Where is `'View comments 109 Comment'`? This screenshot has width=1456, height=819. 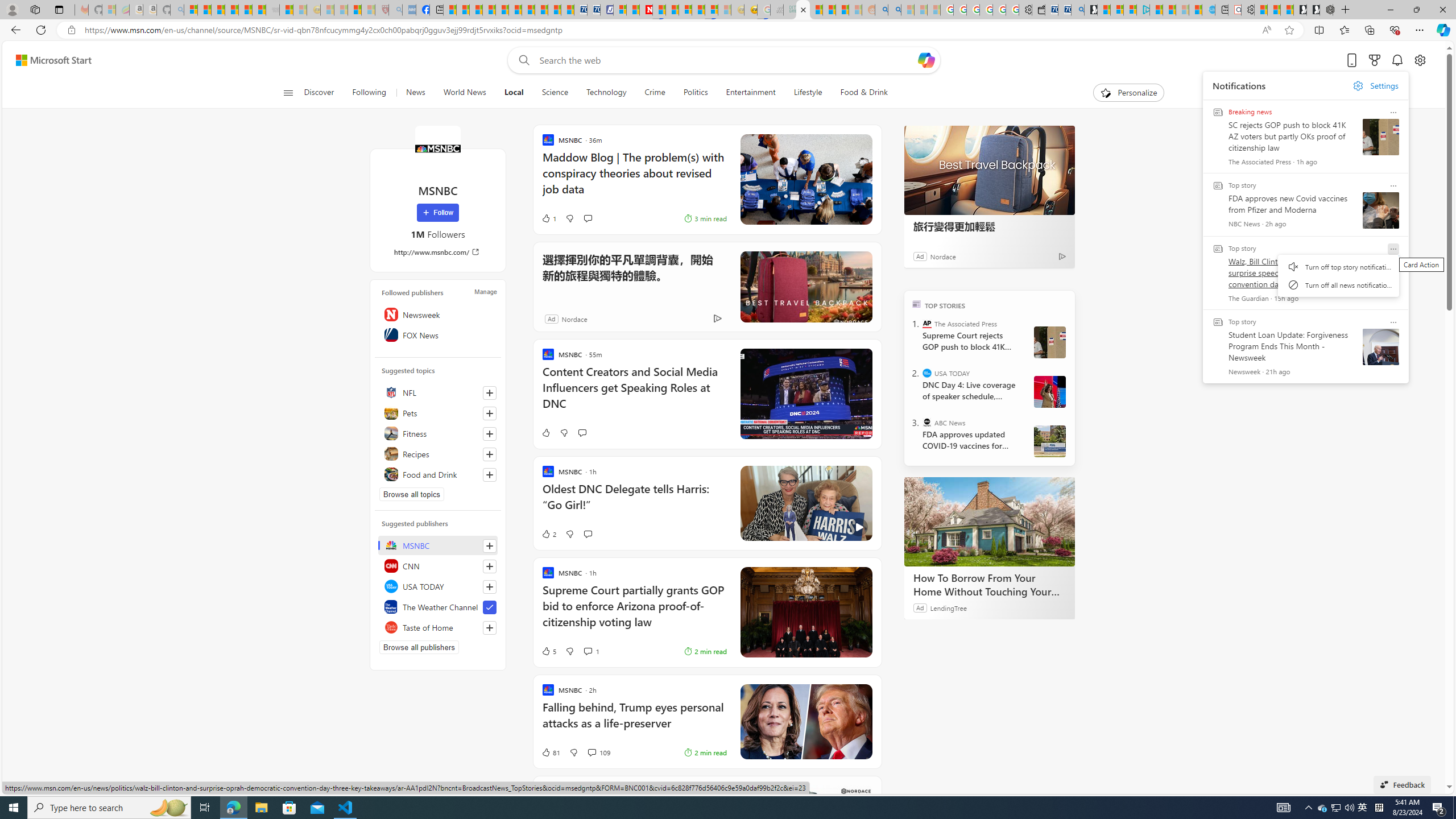 'View comments 109 Comment' is located at coordinates (591, 751).